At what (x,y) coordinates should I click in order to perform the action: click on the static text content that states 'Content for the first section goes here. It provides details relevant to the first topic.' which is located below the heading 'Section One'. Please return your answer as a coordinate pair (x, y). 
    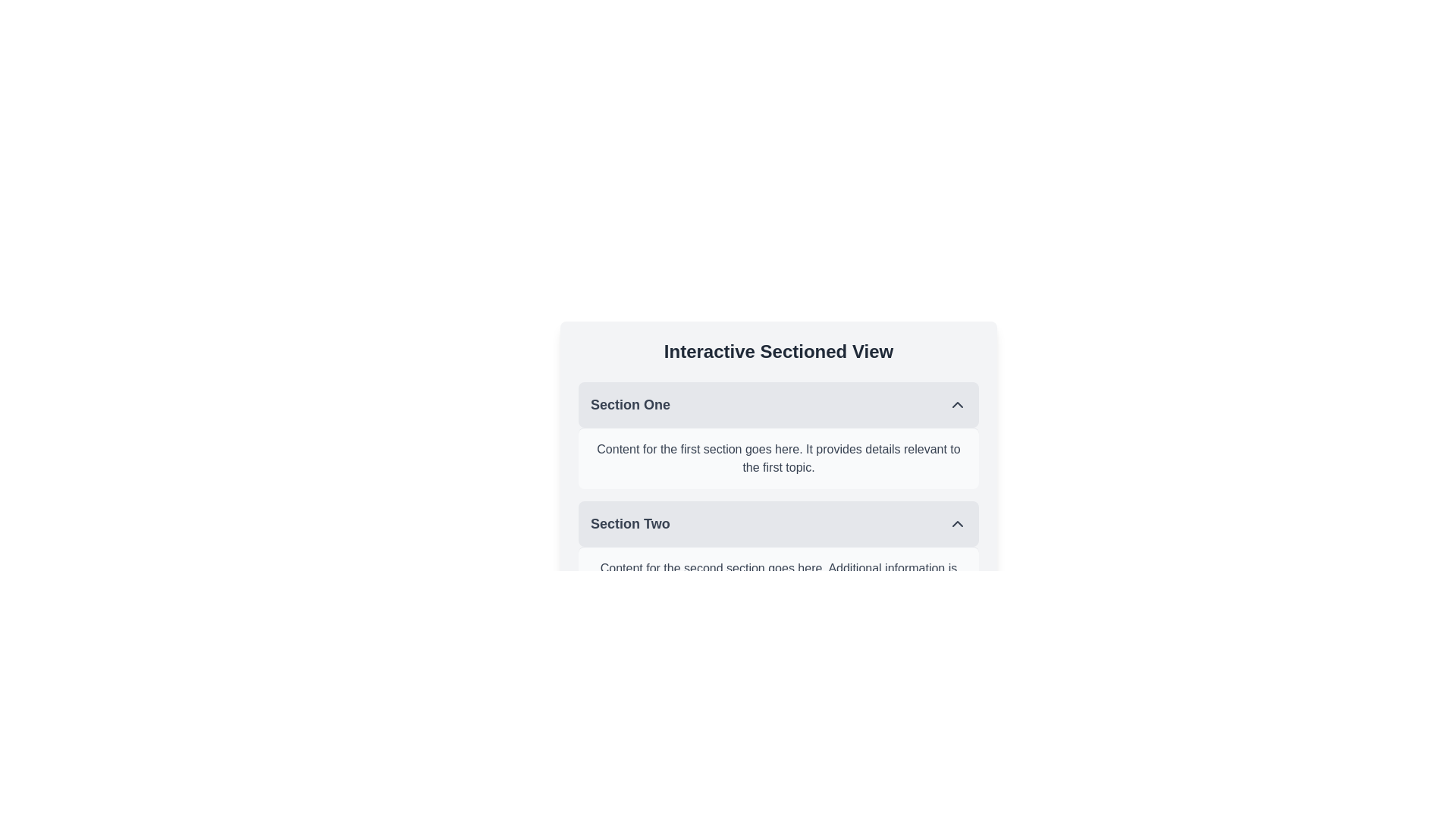
    Looking at the image, I should click on (779, 458).